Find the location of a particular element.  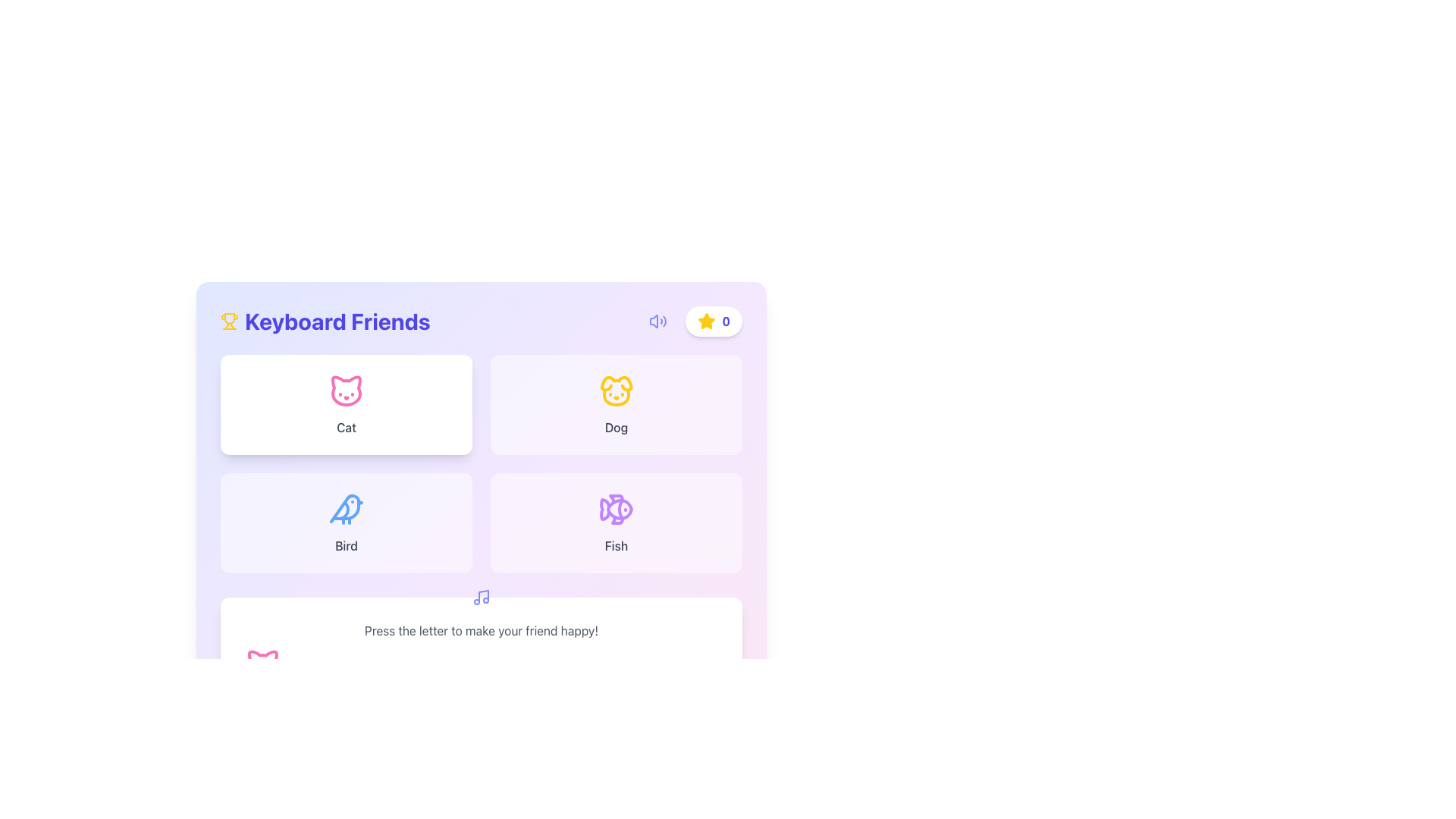

the volume icon with a speaker symbol emitting waves, which is styled with a stroke and soft indigo color, located in the top-right corner of the panel is located at coordinates (658, 321).